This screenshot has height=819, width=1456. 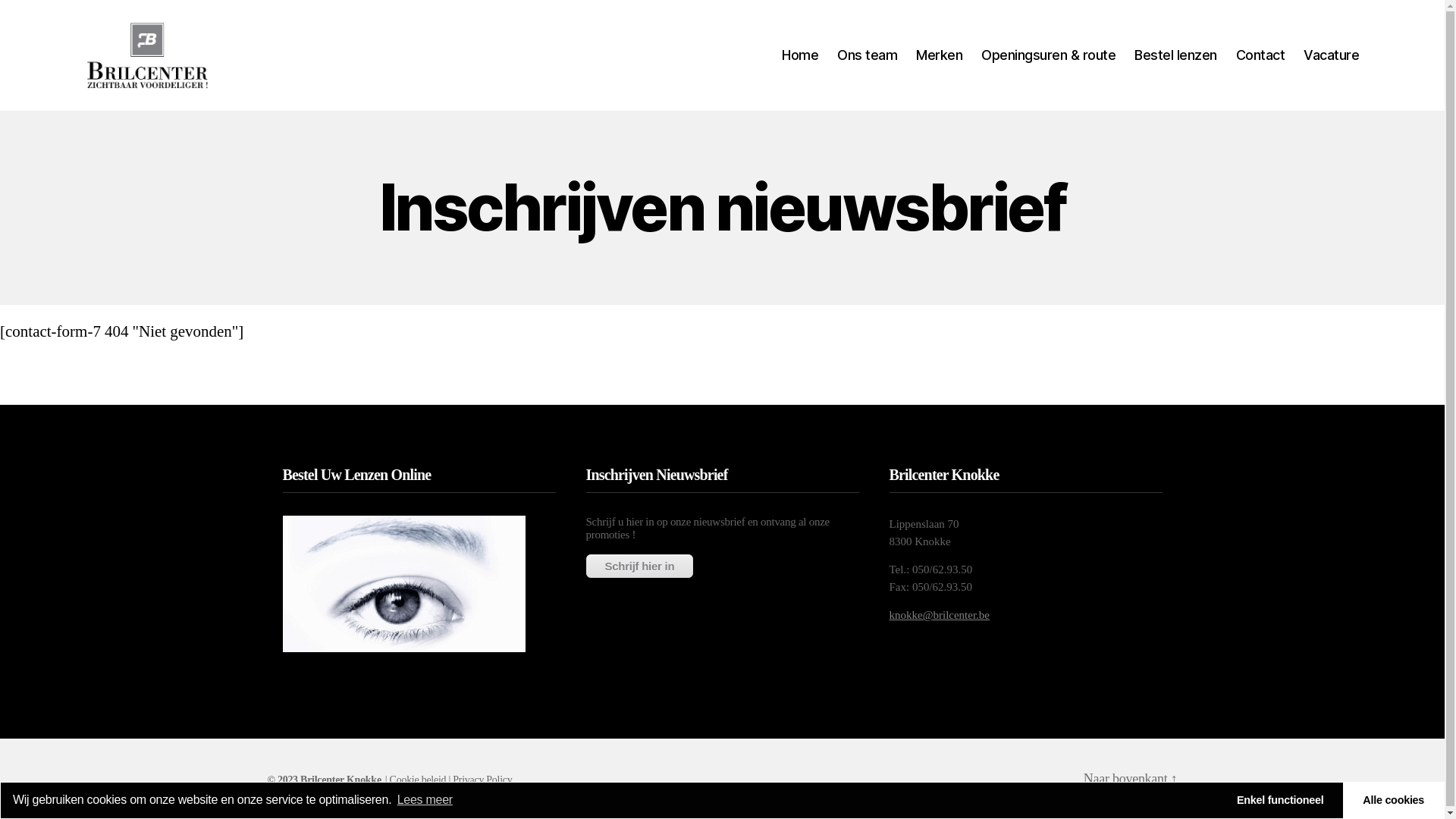 What do you see at coordinates (836, 55) in the screenshot?
I see `'Ons team'` at bounding box center [836, 55].